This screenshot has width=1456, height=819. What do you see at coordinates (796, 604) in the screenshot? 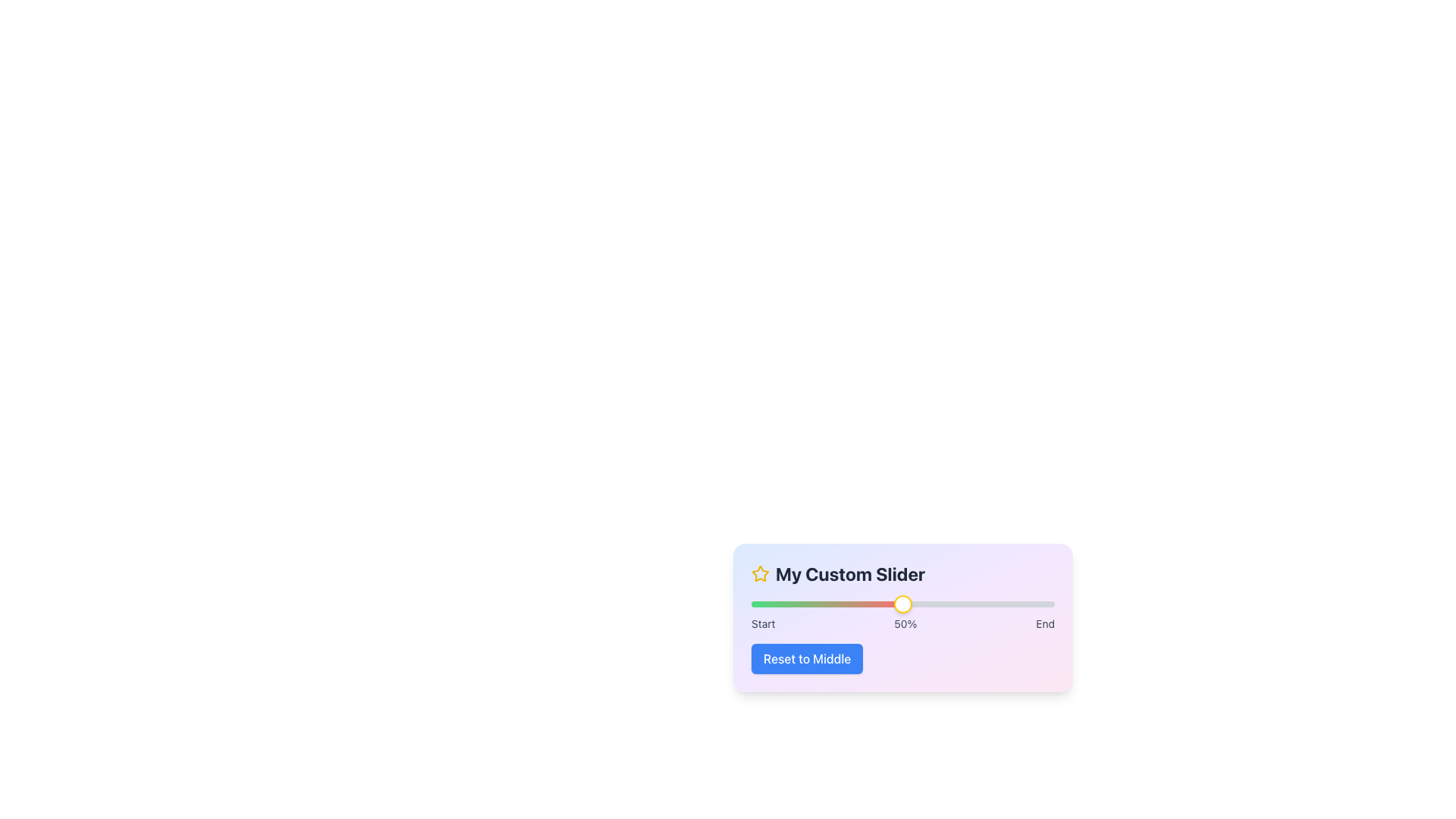
I see `the slider` at bounding box center [796, 604].